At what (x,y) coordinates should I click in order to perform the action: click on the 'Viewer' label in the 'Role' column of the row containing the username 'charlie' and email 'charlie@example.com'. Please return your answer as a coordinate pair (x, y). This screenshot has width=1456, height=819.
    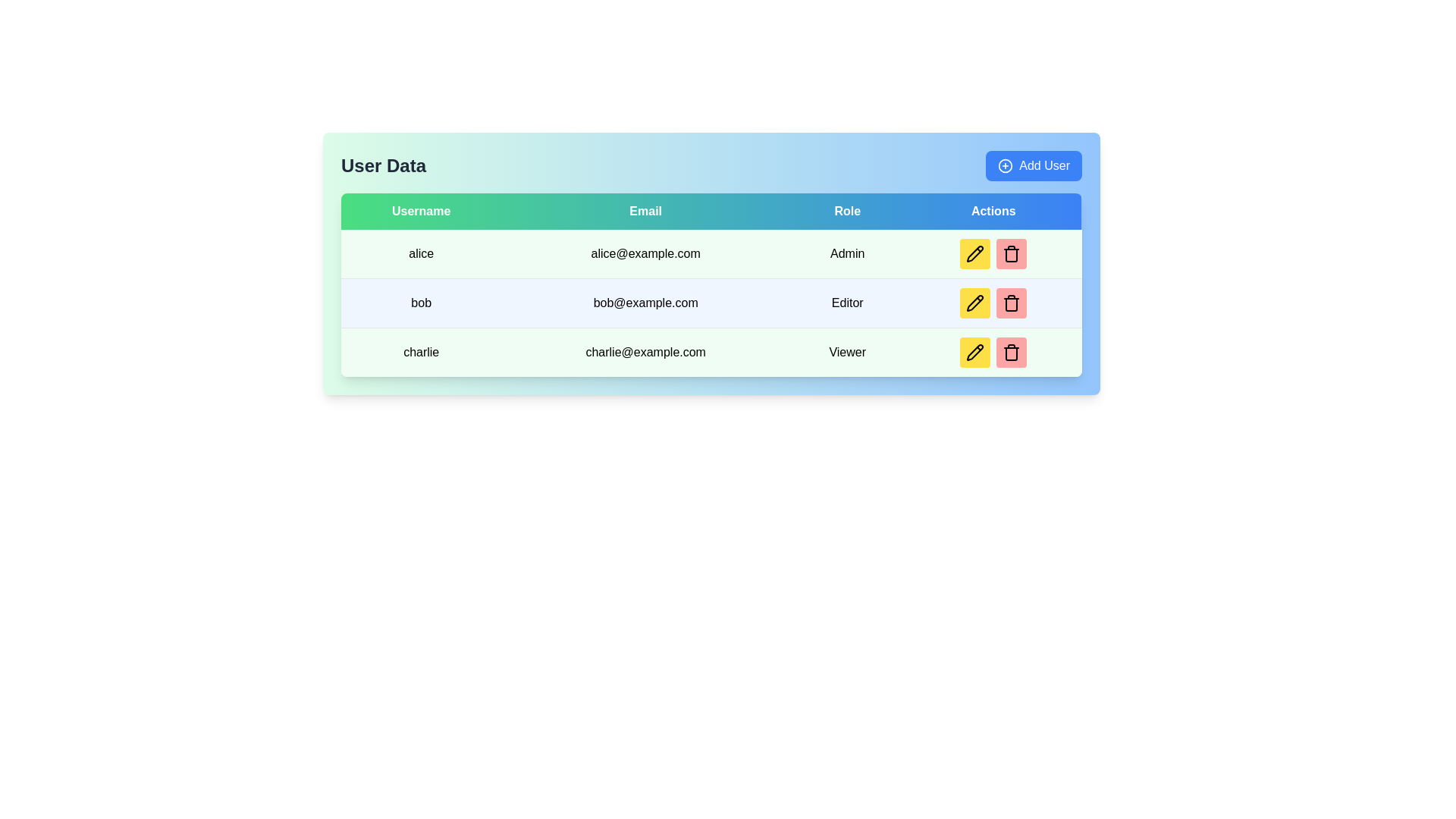
    Looking at the image, I should click on (846, 352).